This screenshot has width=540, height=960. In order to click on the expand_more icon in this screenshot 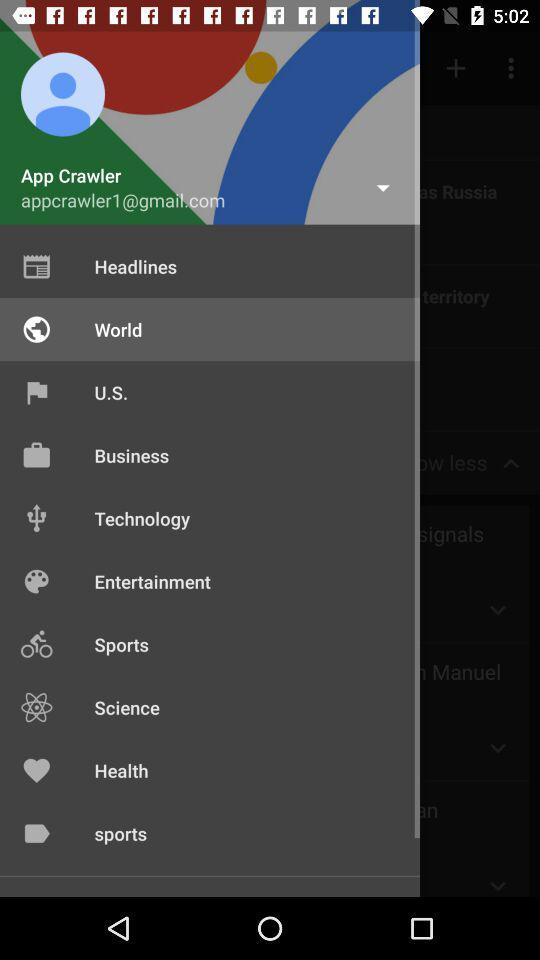, I will do `click(496, 875)`.